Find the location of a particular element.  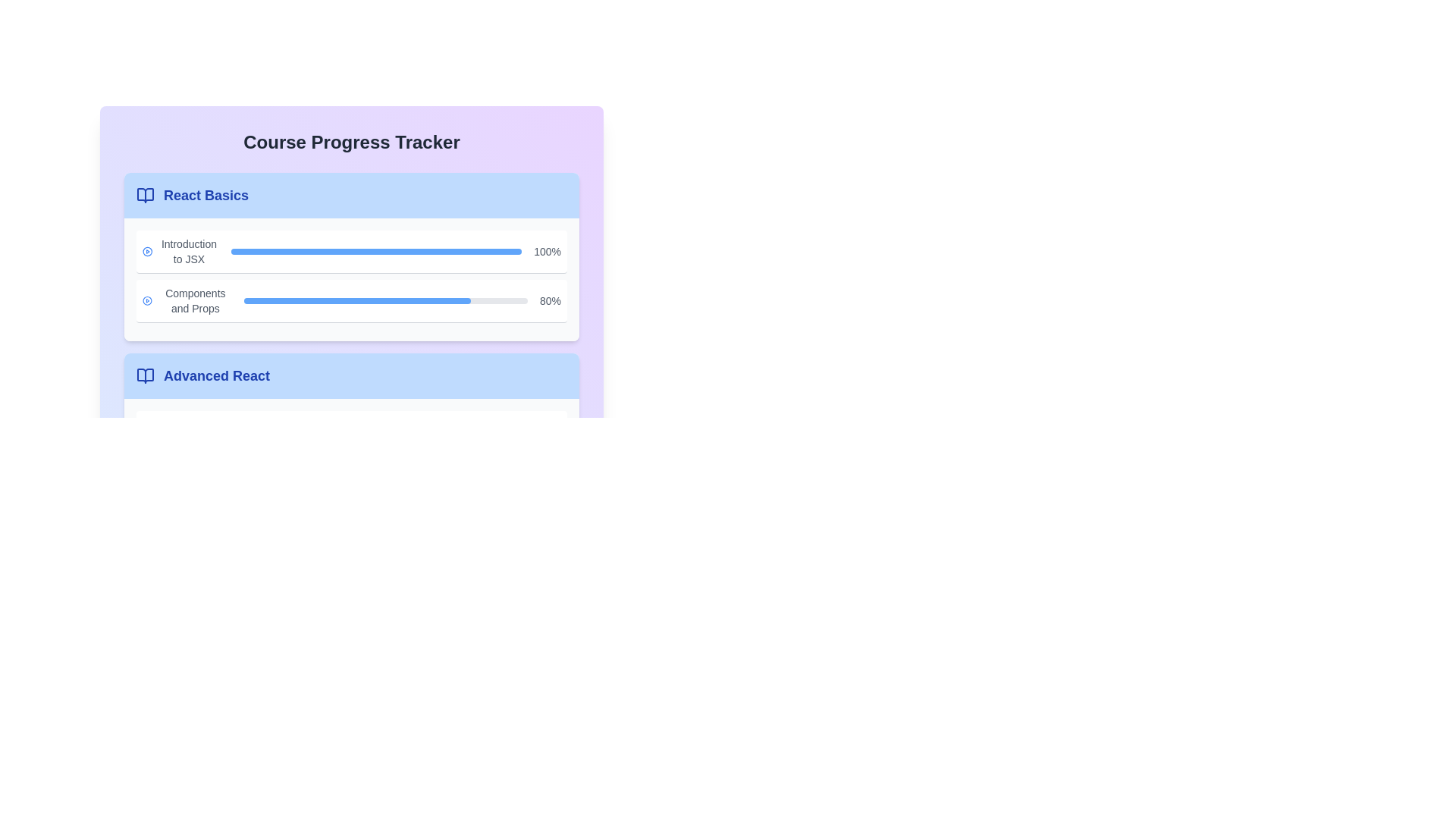

the icon representing the 'Advanced React' course, which is located in the middle-left section of a rectangular box with a blue background is located at coordinates (146, 375).